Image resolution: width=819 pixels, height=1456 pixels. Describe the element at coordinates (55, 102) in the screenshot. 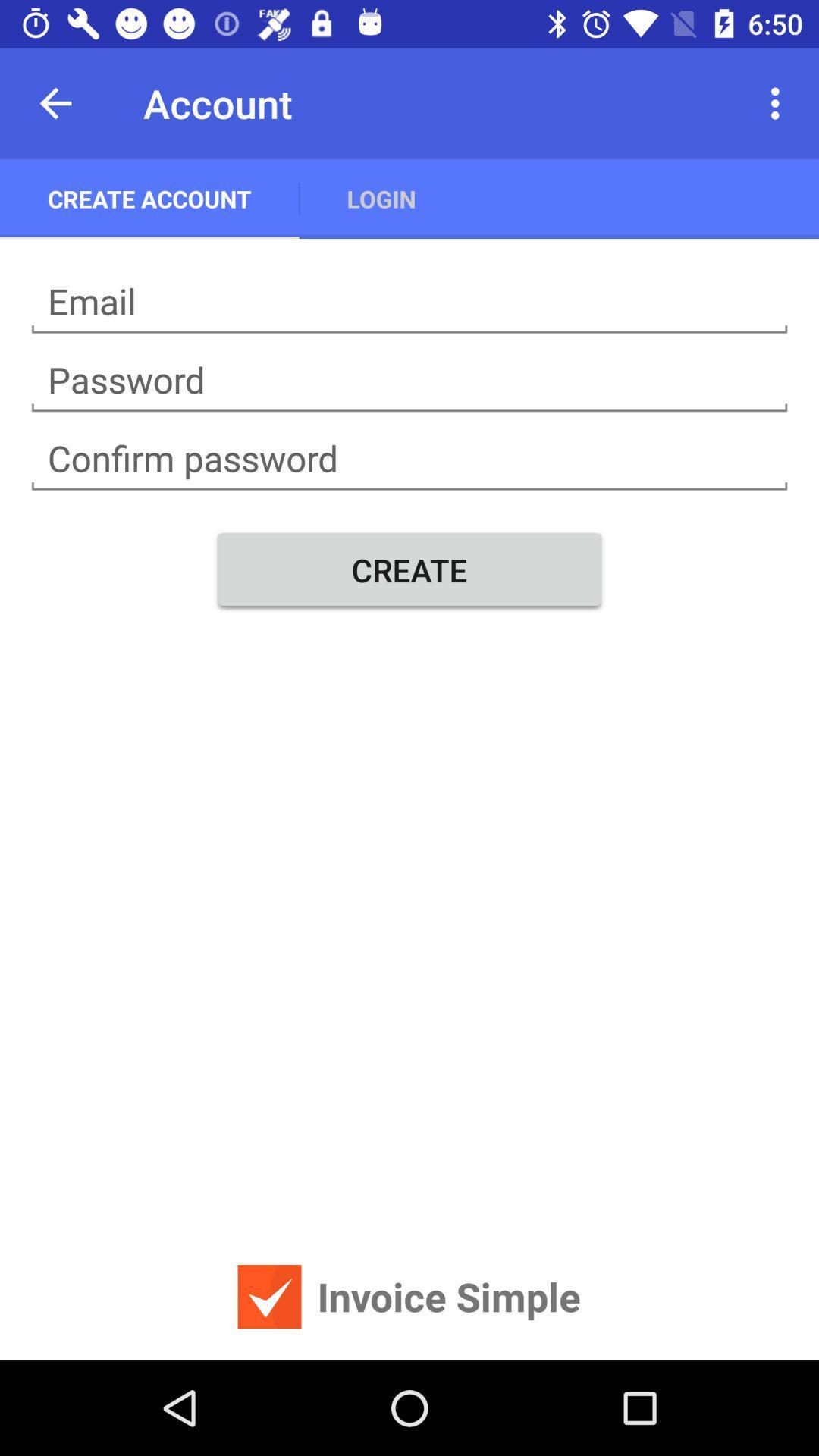

I see `the item to the left of account icon` at that location.